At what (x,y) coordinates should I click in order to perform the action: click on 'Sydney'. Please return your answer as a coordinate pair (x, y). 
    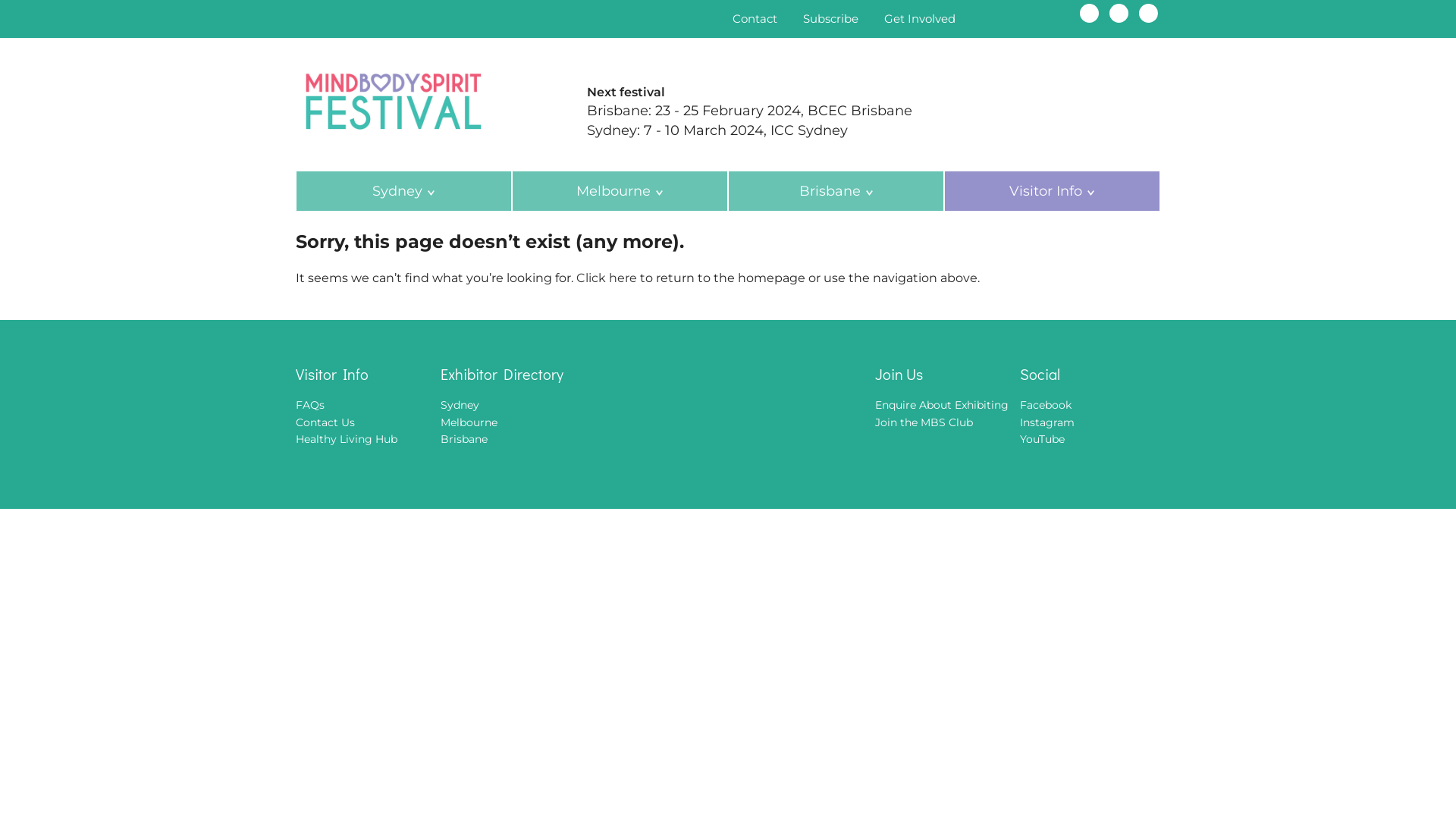
    Looking at the image, I should click on (403, 190).